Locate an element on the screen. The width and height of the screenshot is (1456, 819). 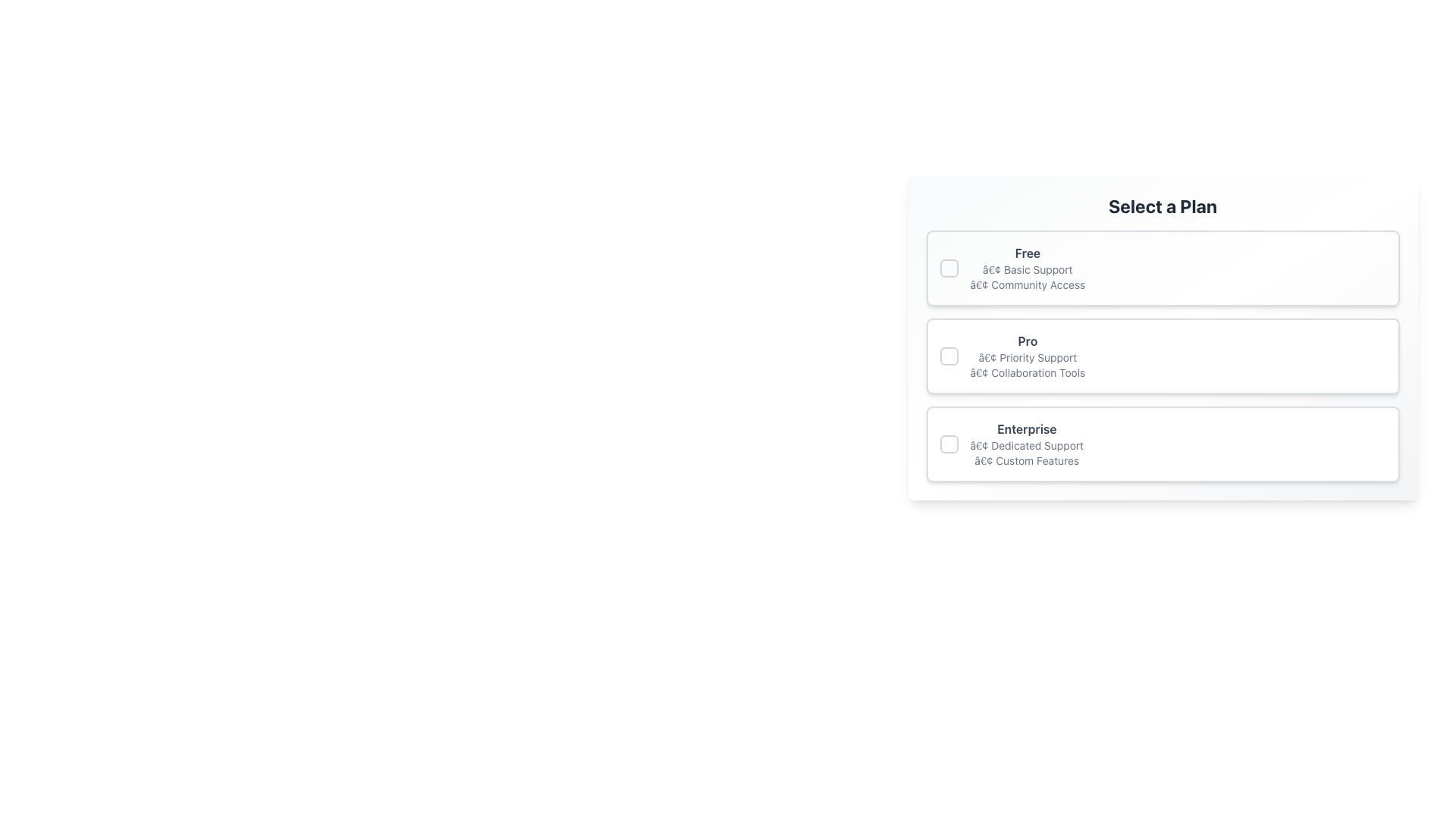
the text element that provides supportive information for the 'Enterprise' plan option, located within the 'Enterprise' plan card, just below the title and above the checkbox is located at coordinates (1027, 452).